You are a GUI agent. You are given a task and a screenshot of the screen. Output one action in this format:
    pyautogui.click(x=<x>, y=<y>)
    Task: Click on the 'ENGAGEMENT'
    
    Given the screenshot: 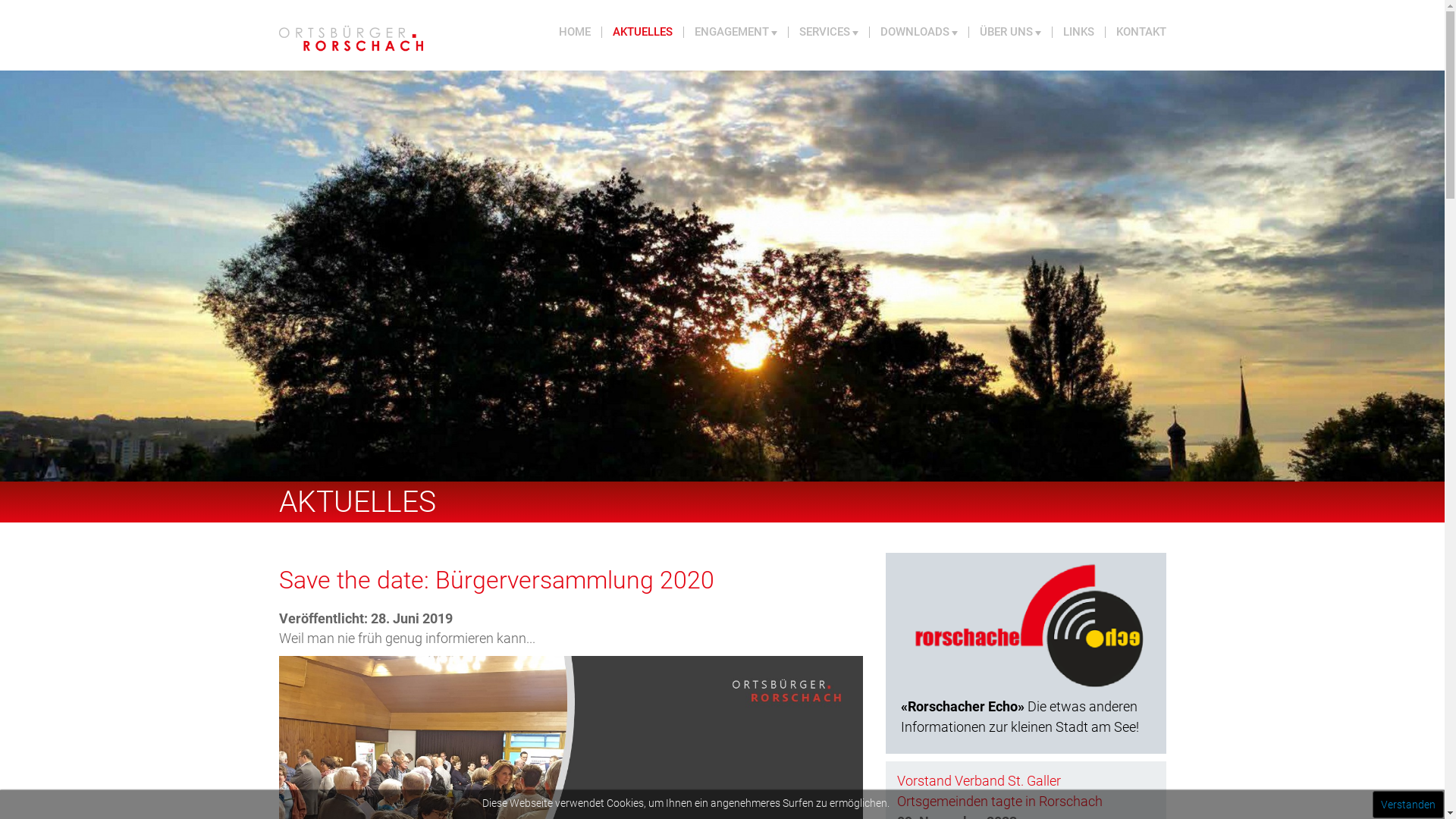 What is the action you would take?
    pyautogui.click(x=736, y=32)
    